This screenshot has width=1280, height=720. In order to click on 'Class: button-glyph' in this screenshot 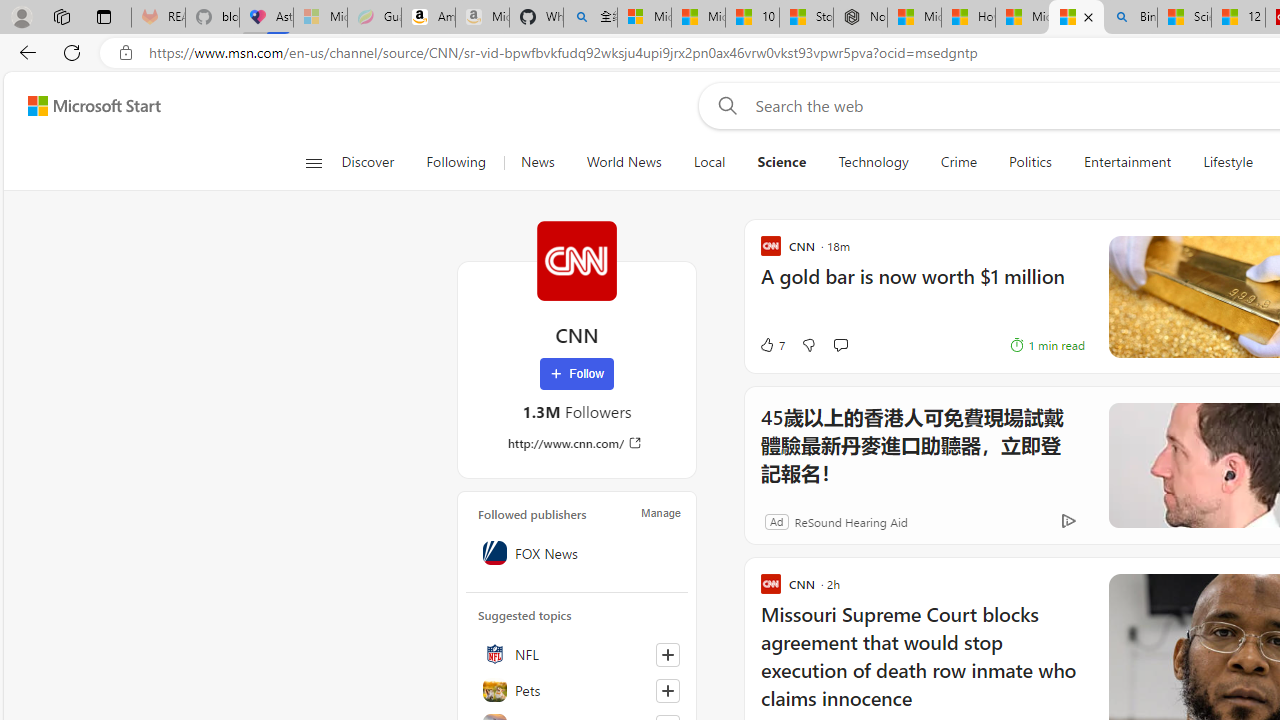, I will do `click(312, 162)`.